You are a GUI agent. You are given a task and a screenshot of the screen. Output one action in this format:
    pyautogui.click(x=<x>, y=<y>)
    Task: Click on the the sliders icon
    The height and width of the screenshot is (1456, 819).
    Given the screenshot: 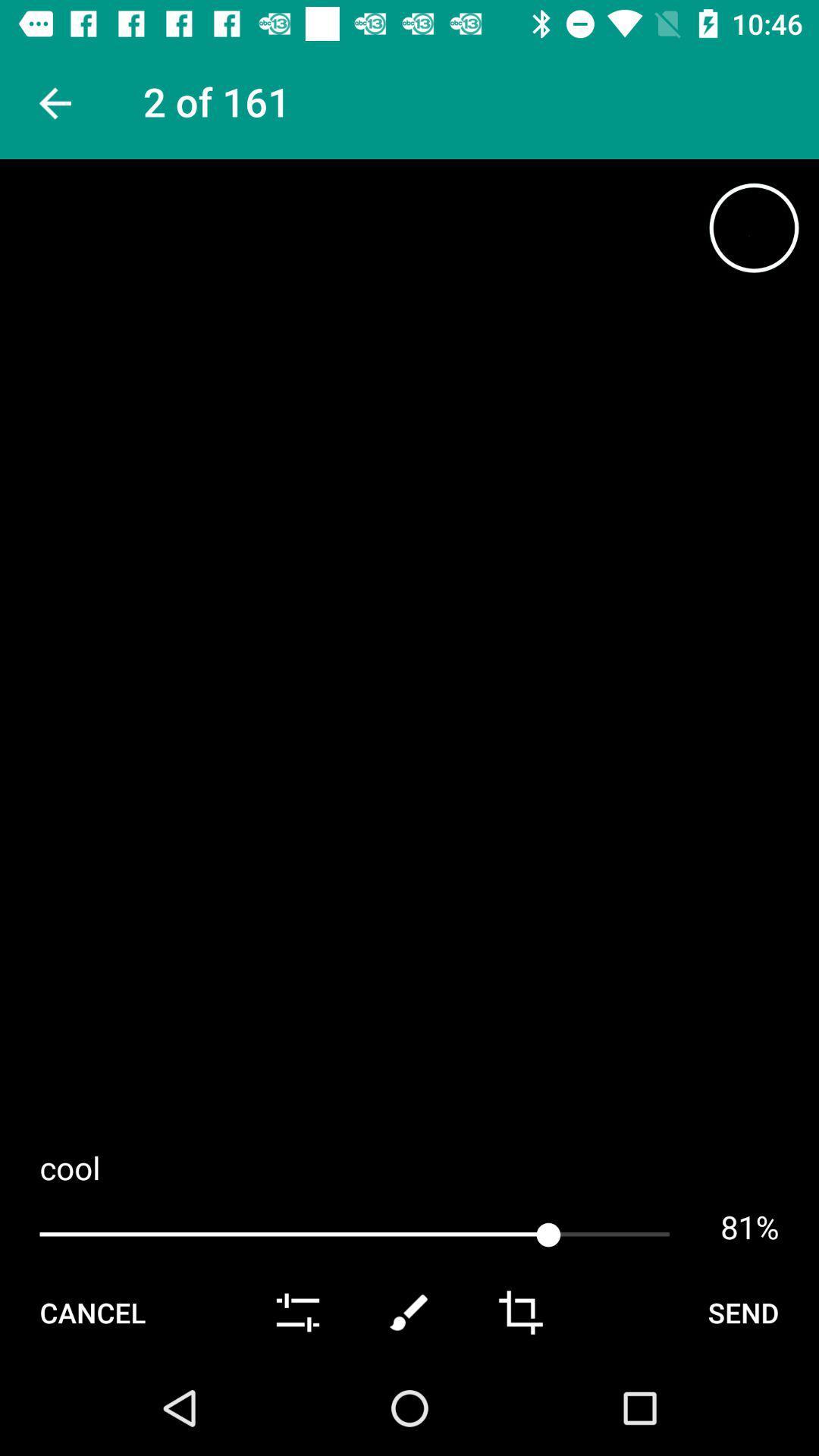 What is the action you would take?
    pyautogui.click(x=298, y=1404)
    